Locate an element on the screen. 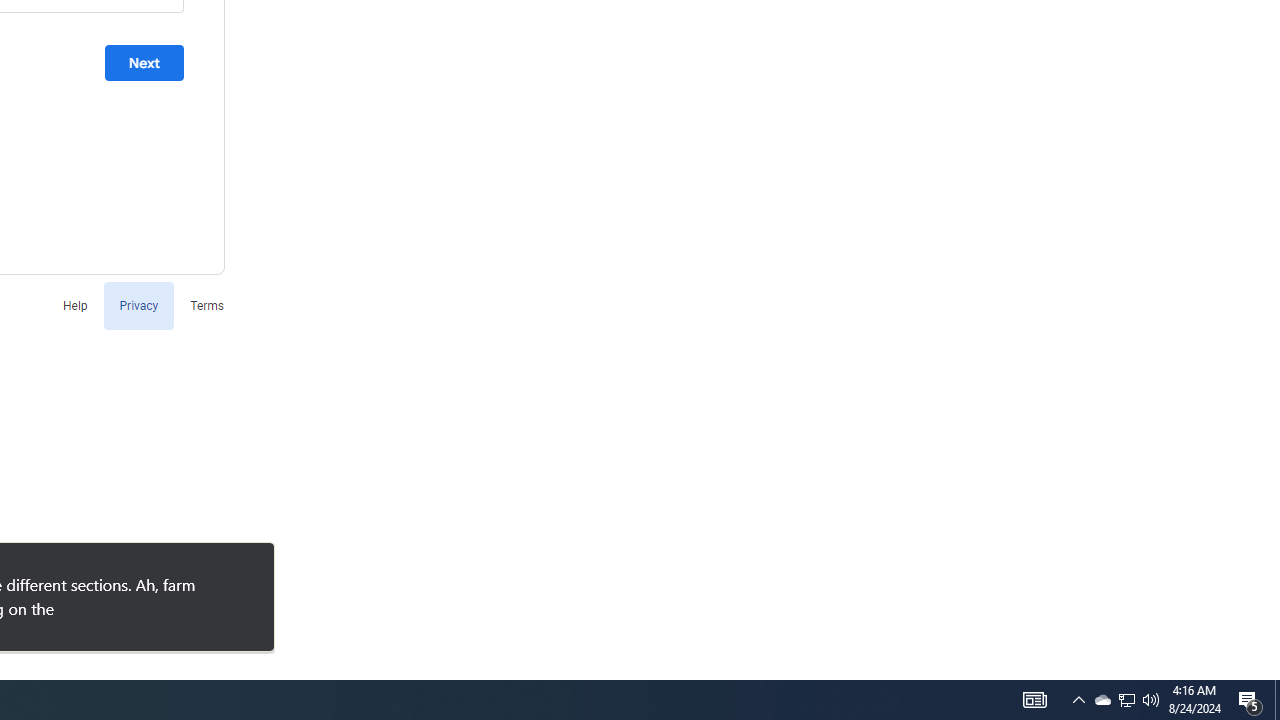 Image resolution: width=1280 pixels, height=720 pixels. 'Privacy' is located at coordinates (137, 305).